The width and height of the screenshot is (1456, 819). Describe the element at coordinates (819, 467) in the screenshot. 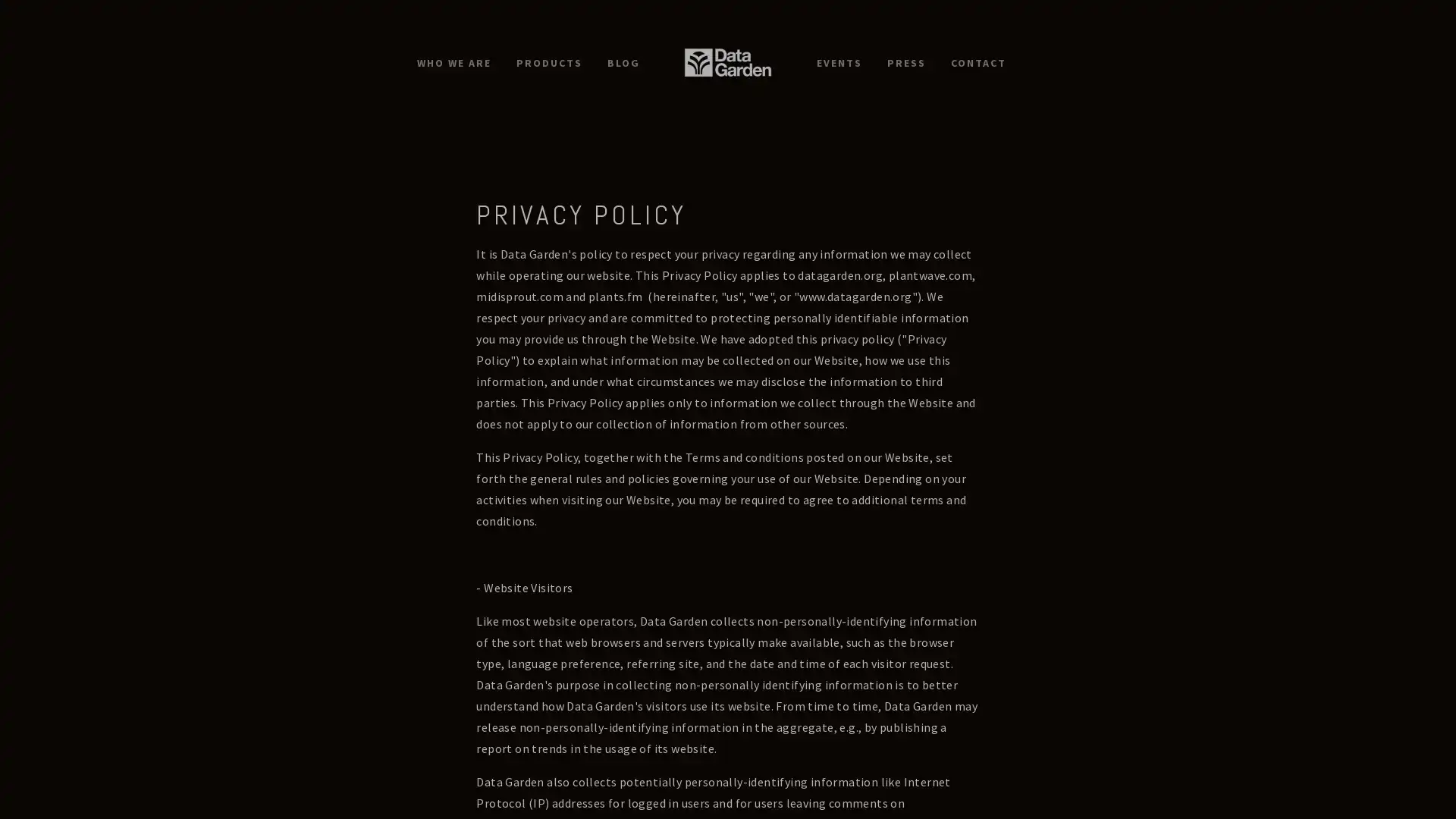

I see `Subscribe` at that location.